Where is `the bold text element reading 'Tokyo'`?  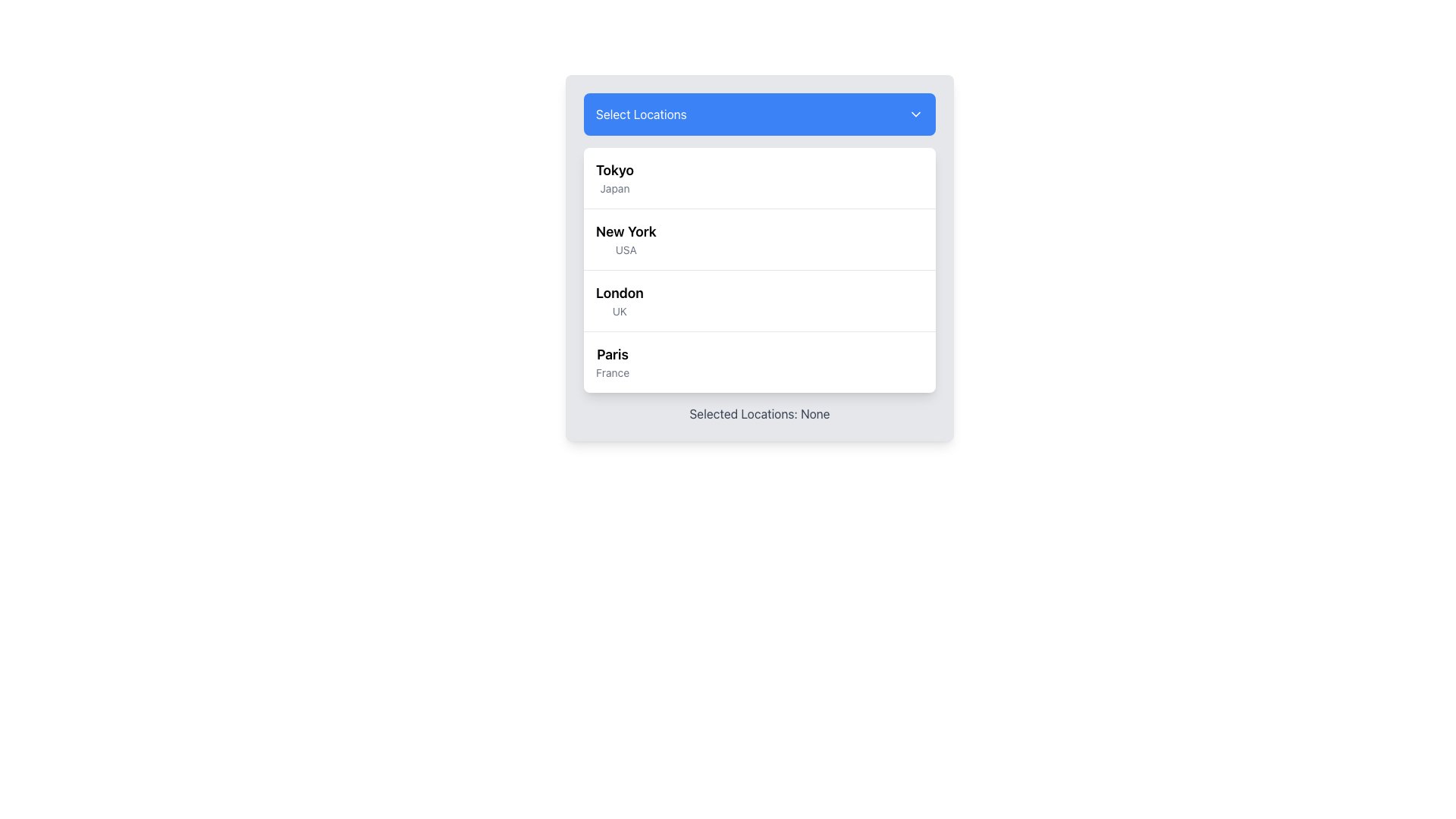 the bold text element reading 'Tokyo' is located at coordinates (615, 170).